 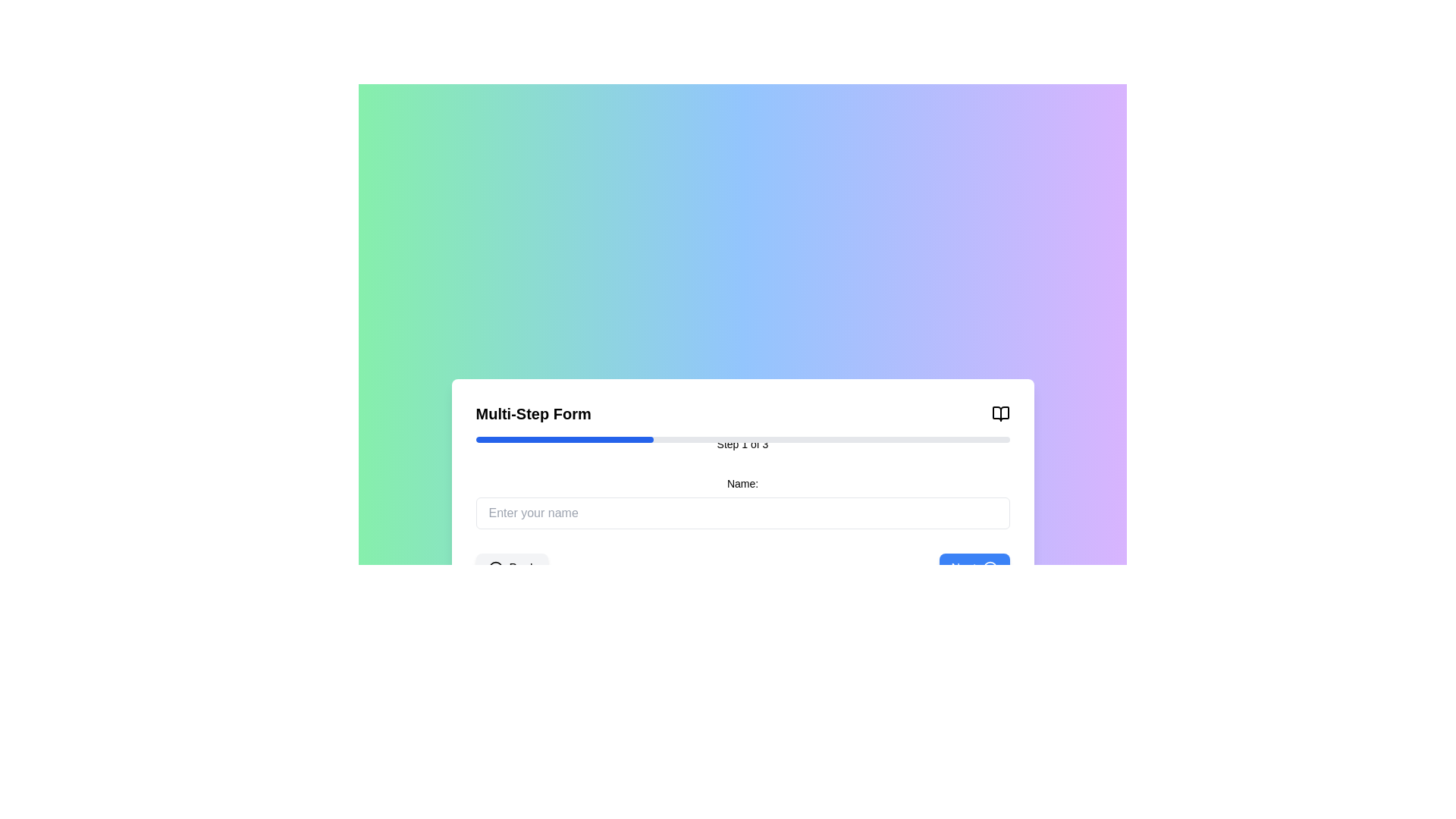 I want to click on the horizontal progress bar located below the 'Multi-Step Form' heading and above the 'Step 1 of 3' text, which has a light gray background and a blue section indicating progress, so click(x=742, y=439).